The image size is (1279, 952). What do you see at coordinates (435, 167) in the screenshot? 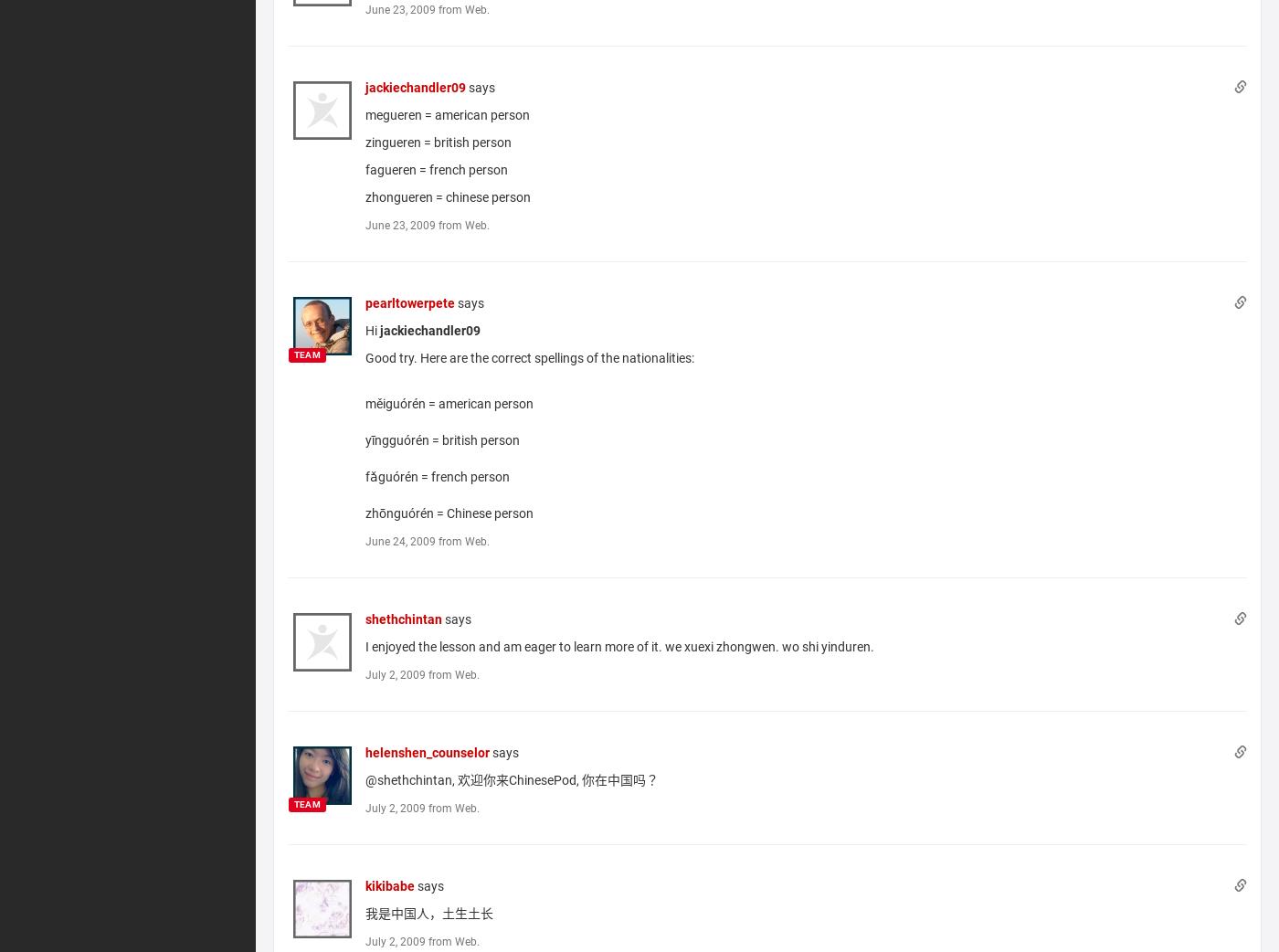
I see `'fagueren = french person'` at bounding box center [435, 167].